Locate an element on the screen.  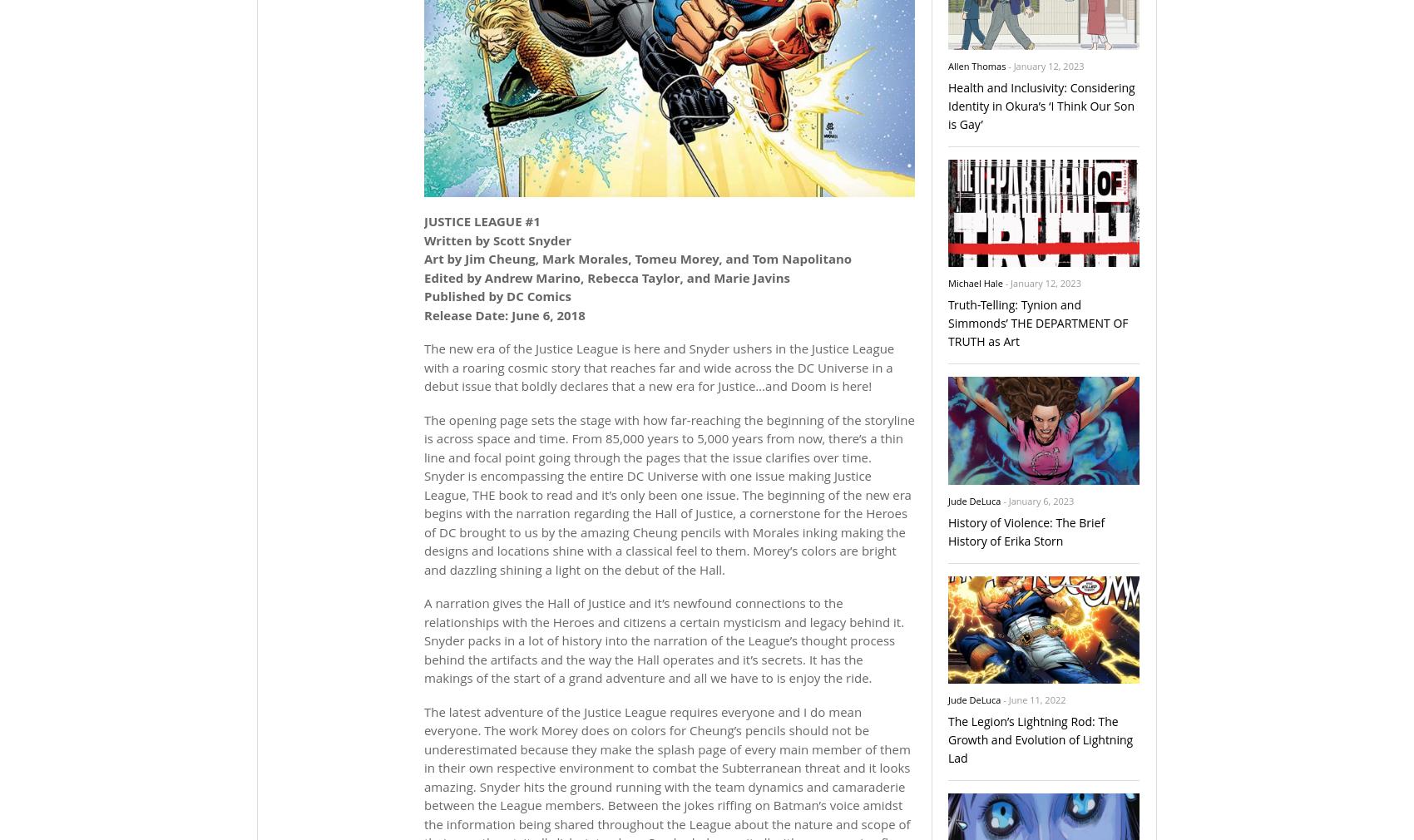
'Allen Thomas' is located at coordinates (976, 64).